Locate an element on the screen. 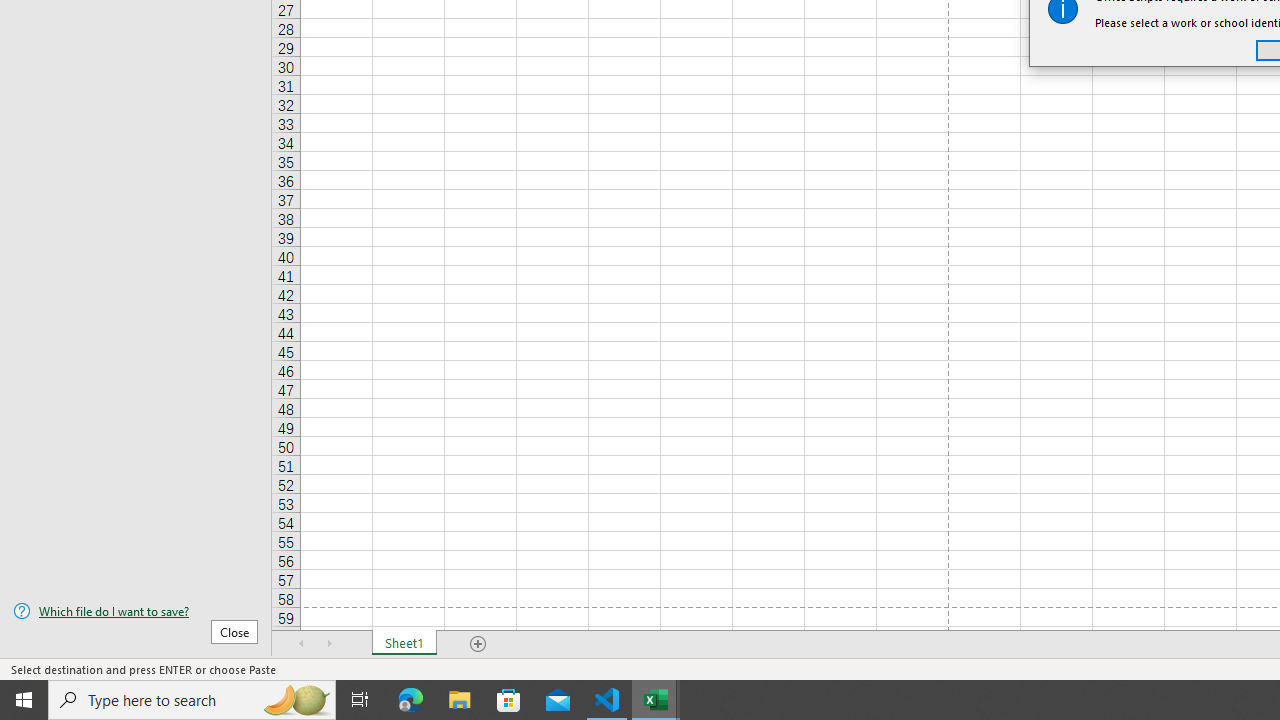 This screenshot has height=720, width=1280. 'Scroll Left' is located at coordinates (301, 644).